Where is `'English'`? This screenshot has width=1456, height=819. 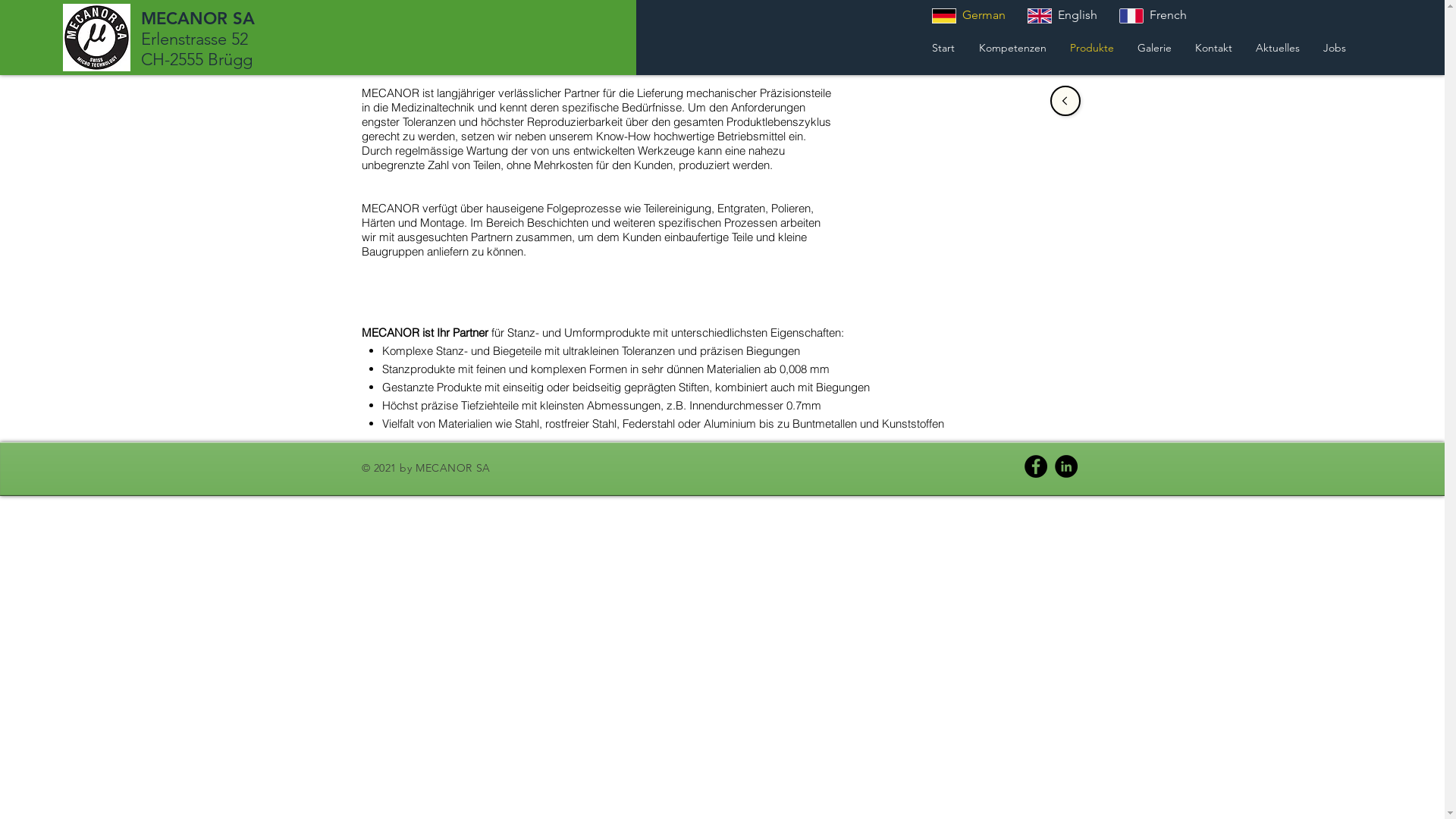 'English' is located at coordinates (1061, 15).